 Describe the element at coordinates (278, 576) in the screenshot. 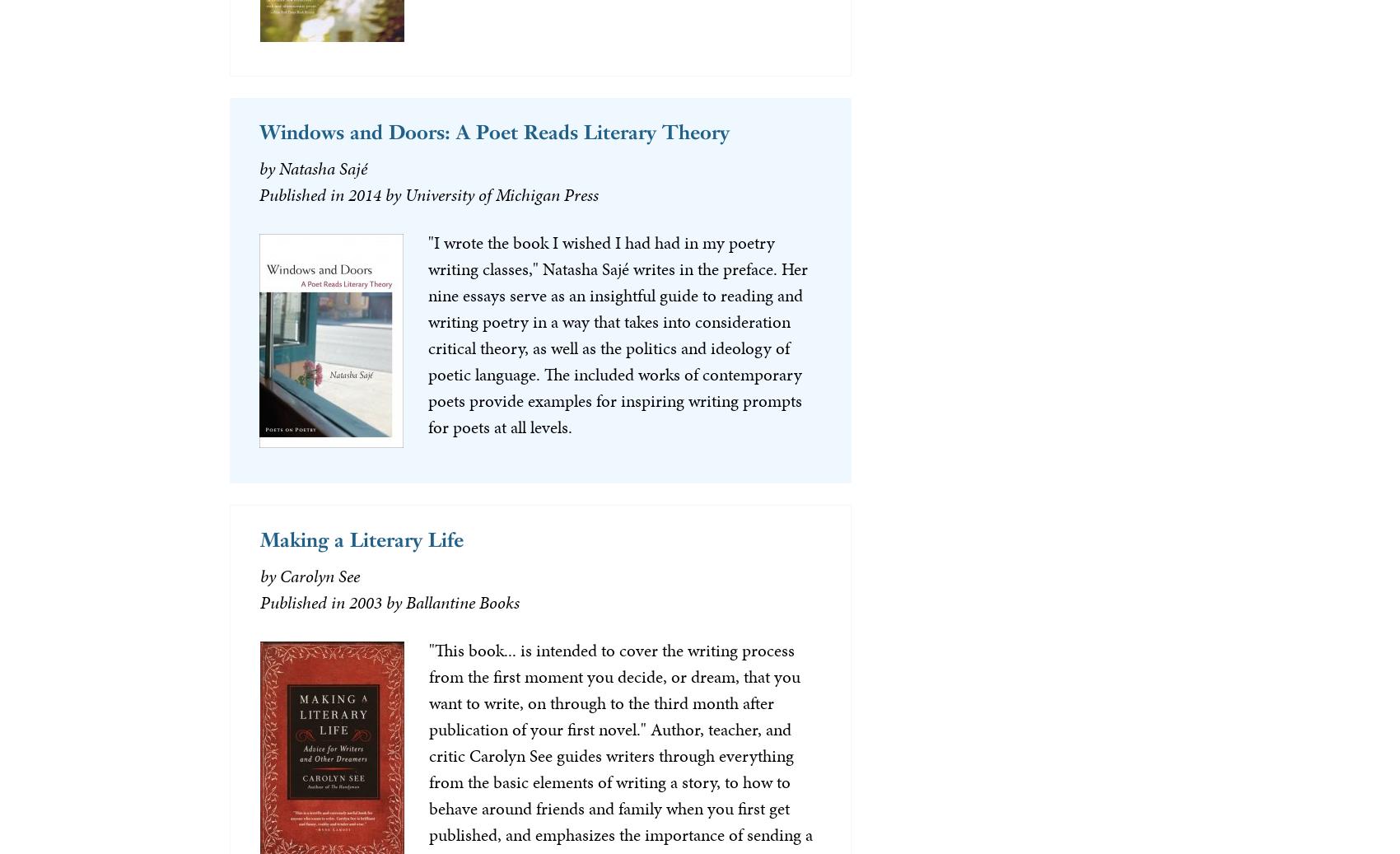

I see `'Carolyn See'` at that location.